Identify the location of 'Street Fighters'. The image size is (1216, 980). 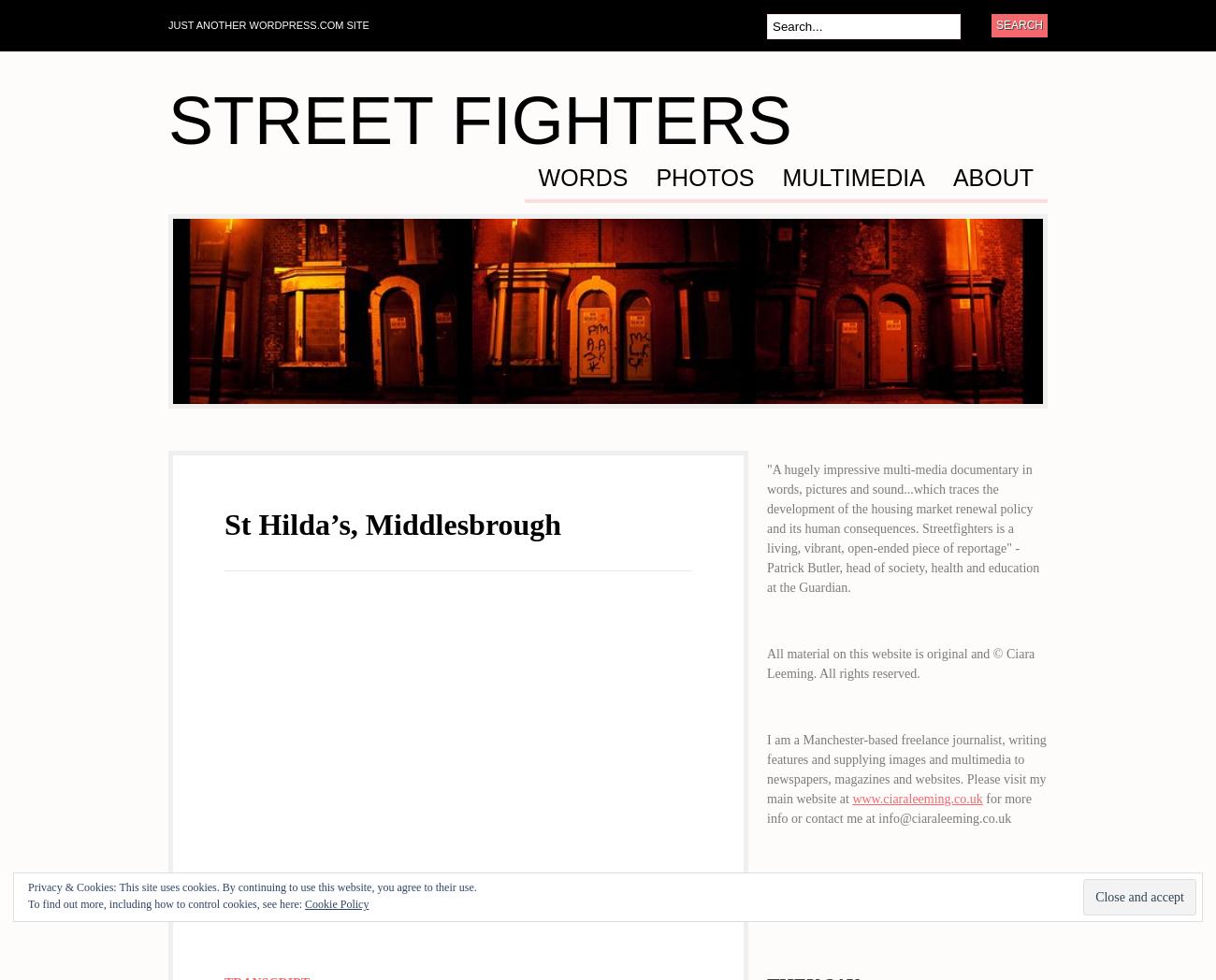
(479, 120).